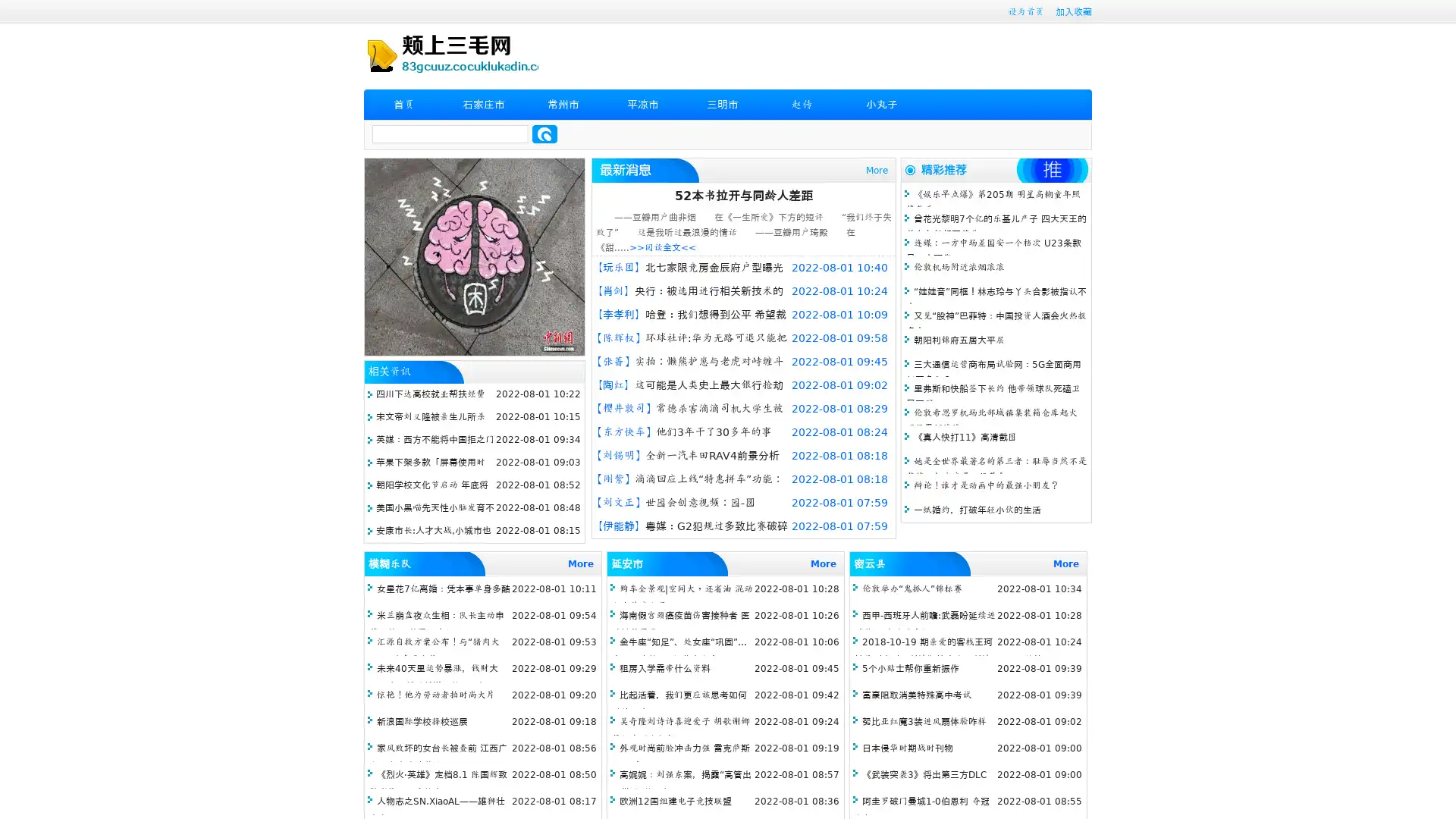 The width and height of the screenshot is (1456, 819). What do you see at coordinates (544, 133) in the screenshot?
I see `Search` at bounding box center [544, 133].